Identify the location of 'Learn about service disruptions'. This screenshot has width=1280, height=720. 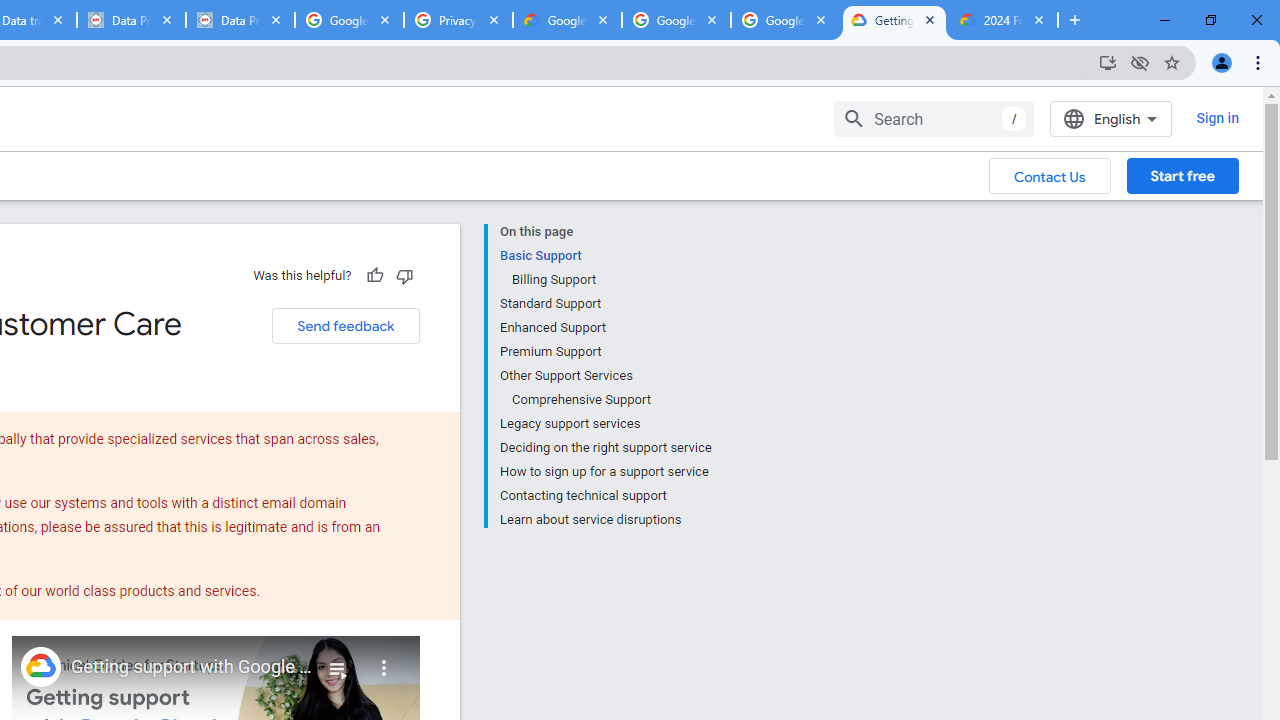
(604, 517).